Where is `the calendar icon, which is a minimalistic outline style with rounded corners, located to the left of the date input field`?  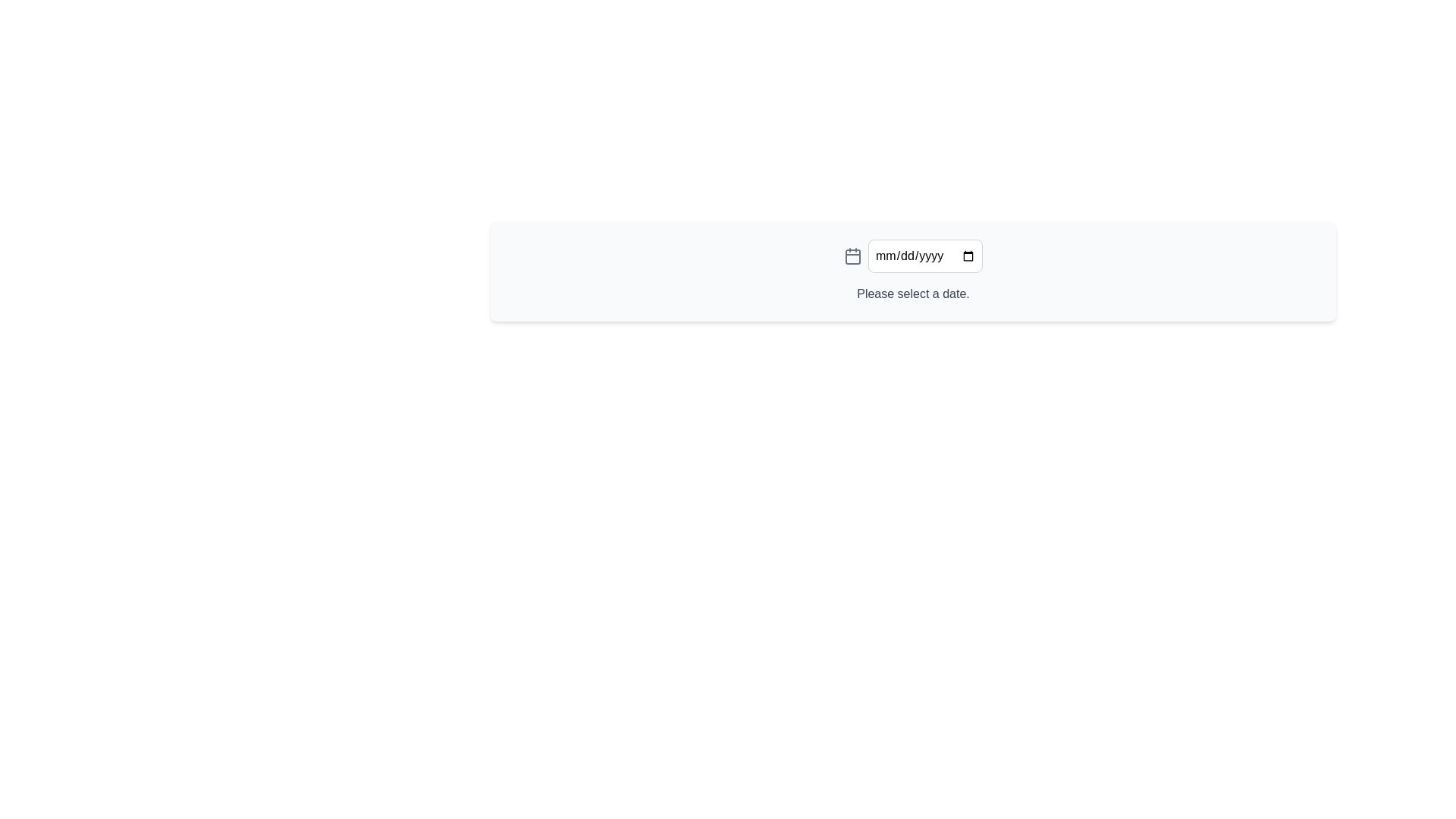
the calendar icon, which is a minimalistic outline style with rounded corners, located to the left of the date input field is located at coordinates (852, 256).